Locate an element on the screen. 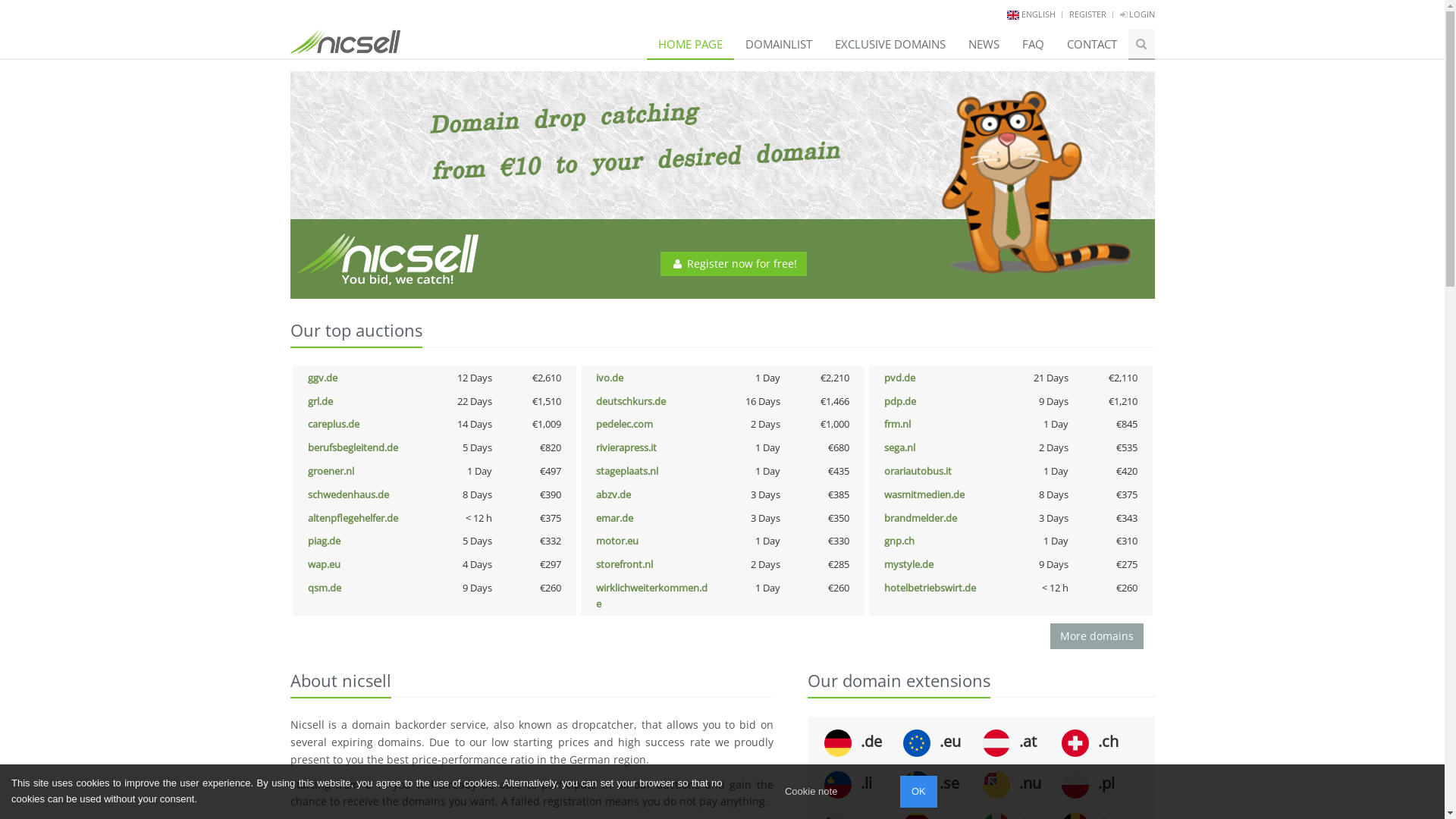 The image size is (1456, 819). 'CONTACT' is located at coordinates (1092, 43).